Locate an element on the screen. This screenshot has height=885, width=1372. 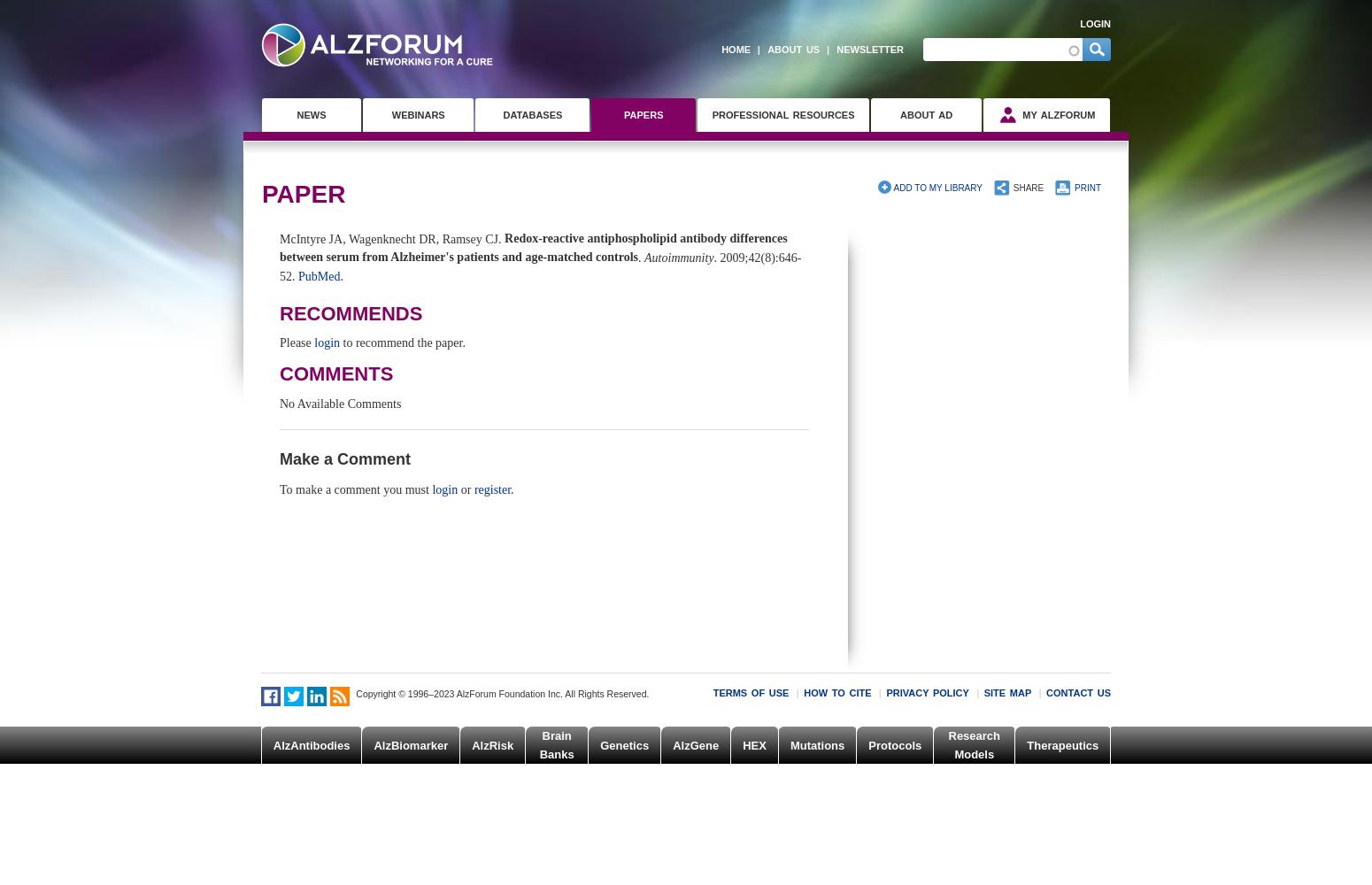
'AlzGene' is located at coordinates (695, 743).